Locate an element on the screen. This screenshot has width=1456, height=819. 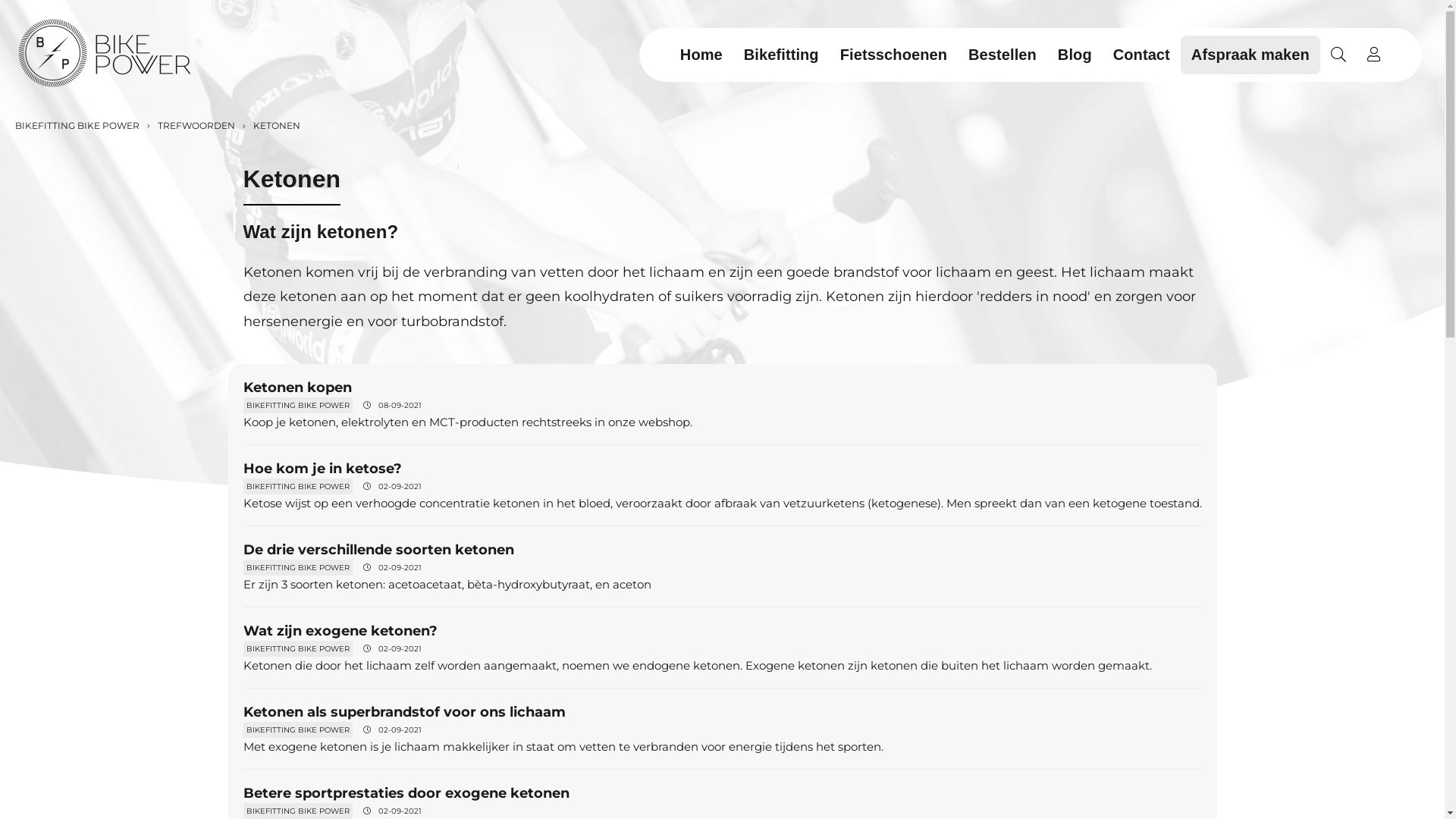
'Blog' is located at coordinates (1074, 53).